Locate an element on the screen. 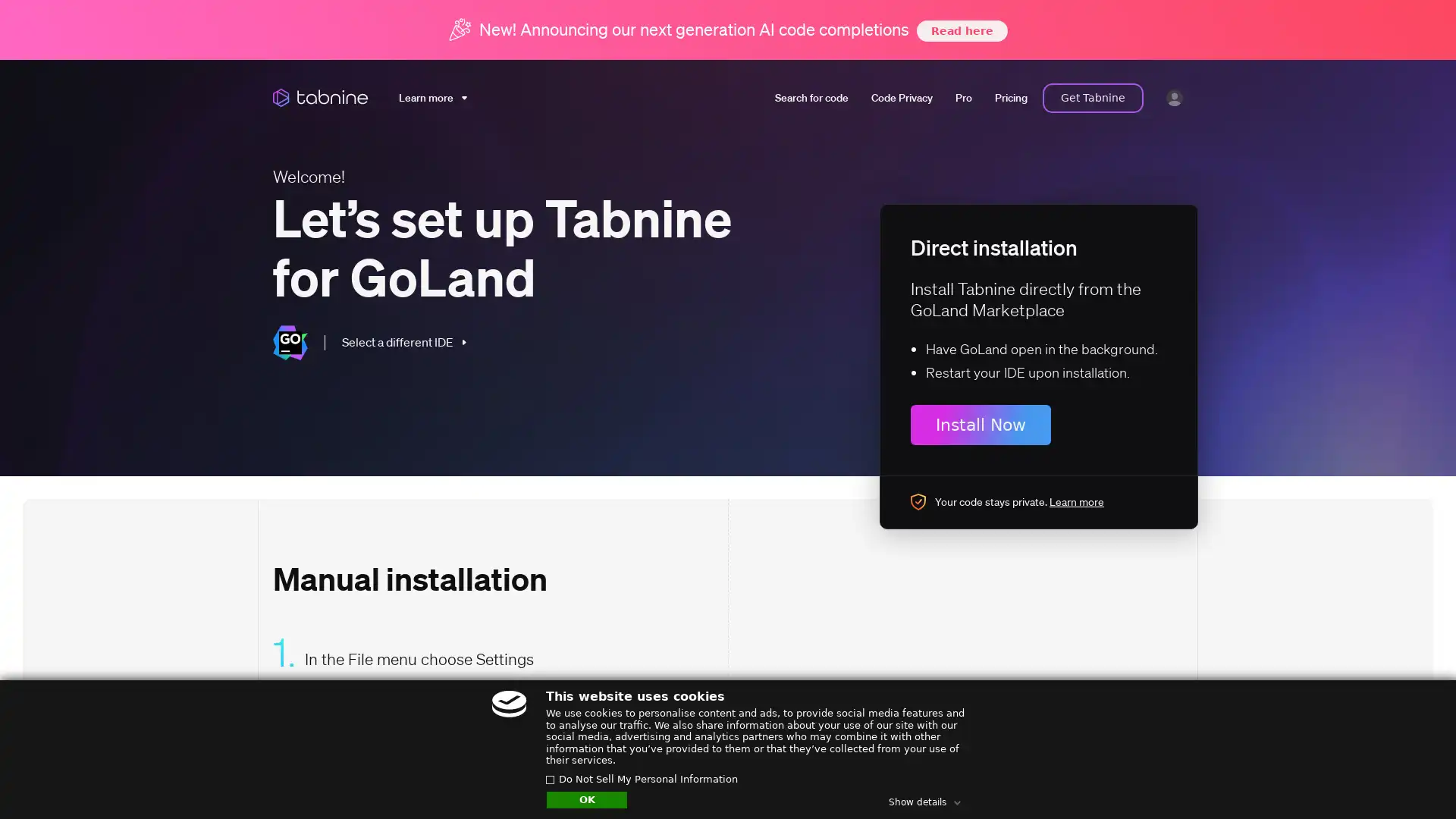 The image size is (1456, 819). Open is located at coordinates (1410, 778).